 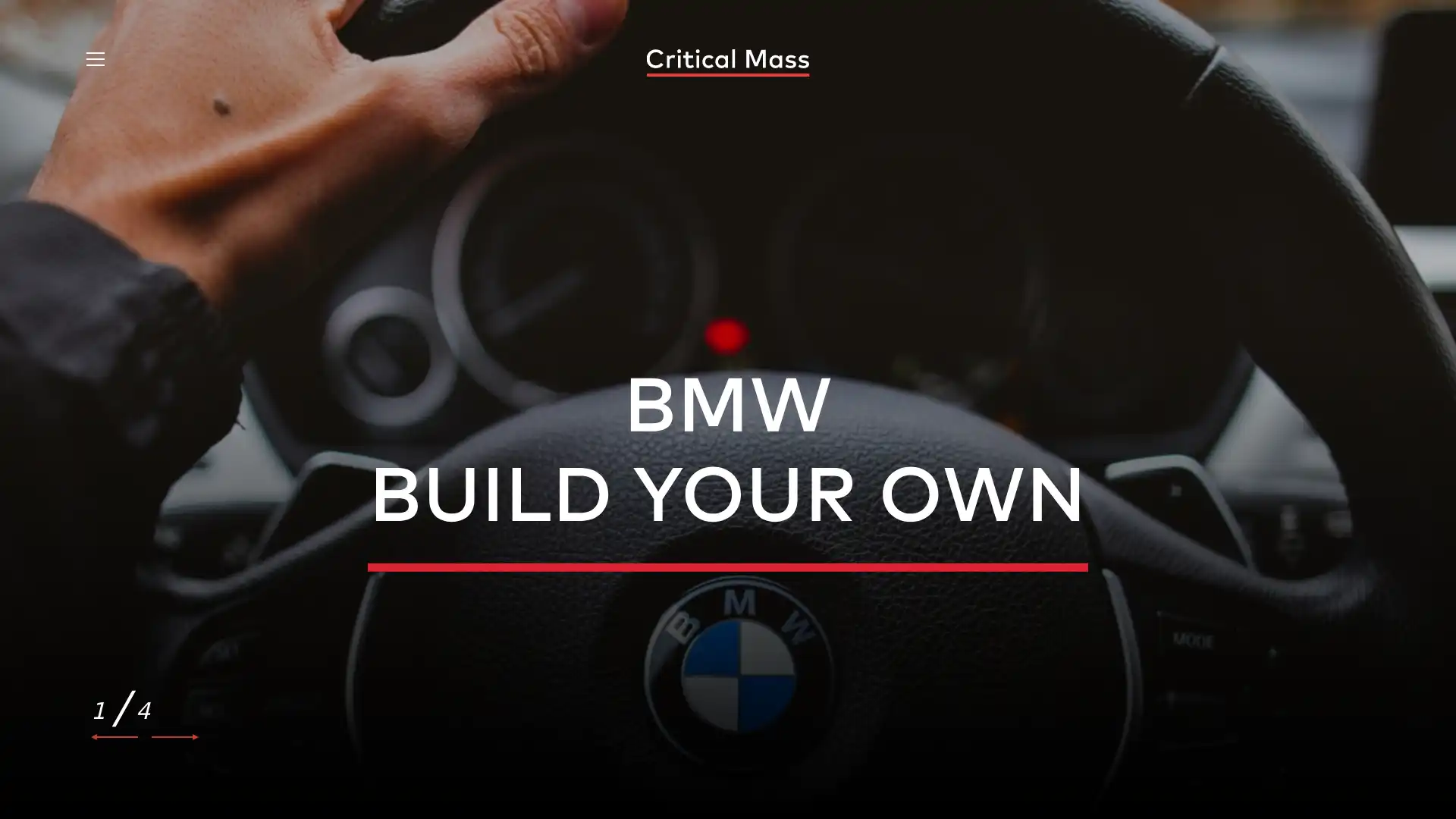 What do you see at coordinates (174, 736) in the screenshot?
I see `next` at bounding box center [174, 736].